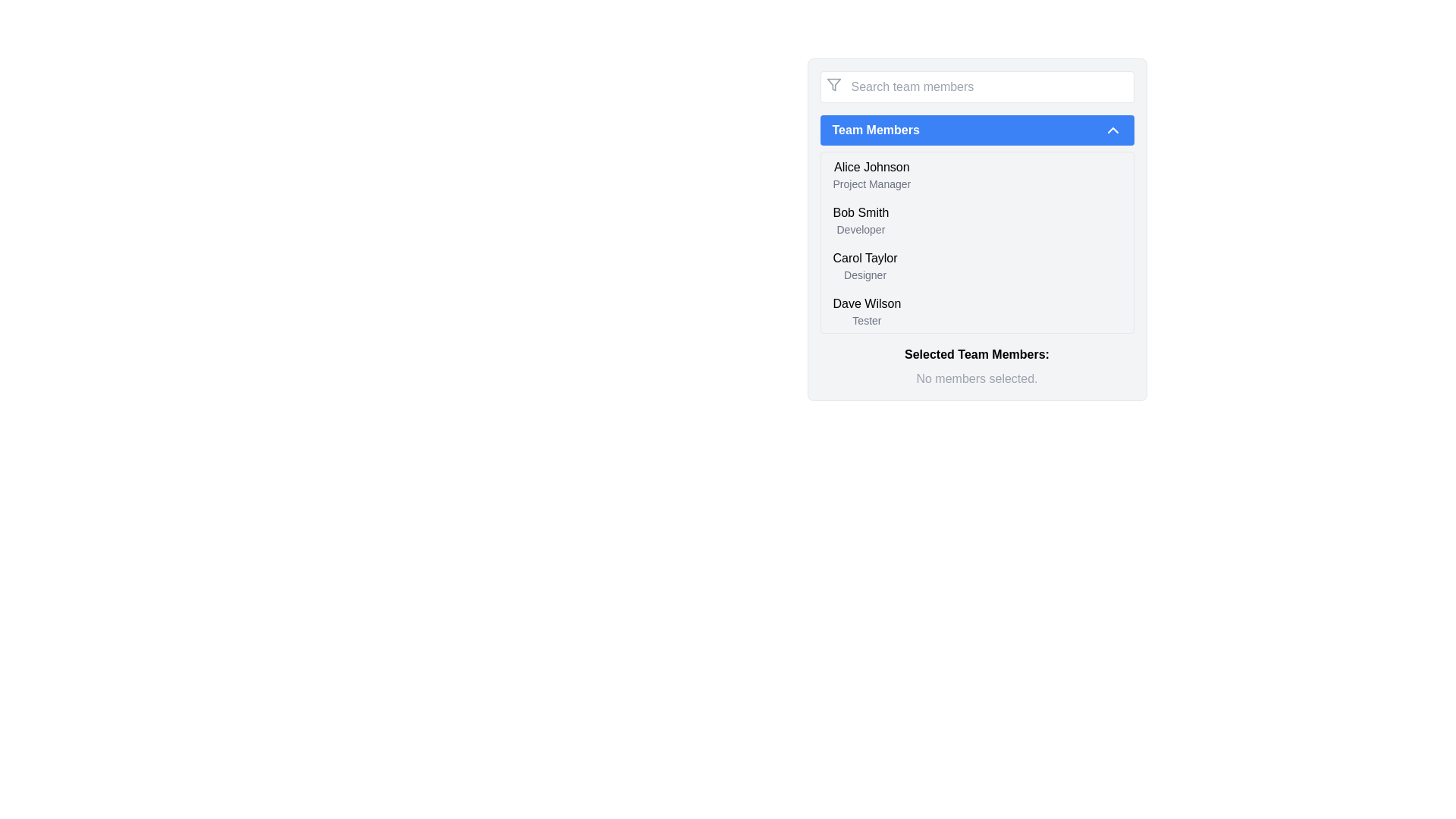  Describe the element at coordinates (977, 311) in the screenshot. I see `the fourth item in the 'Team Members' dropdown` at that location.